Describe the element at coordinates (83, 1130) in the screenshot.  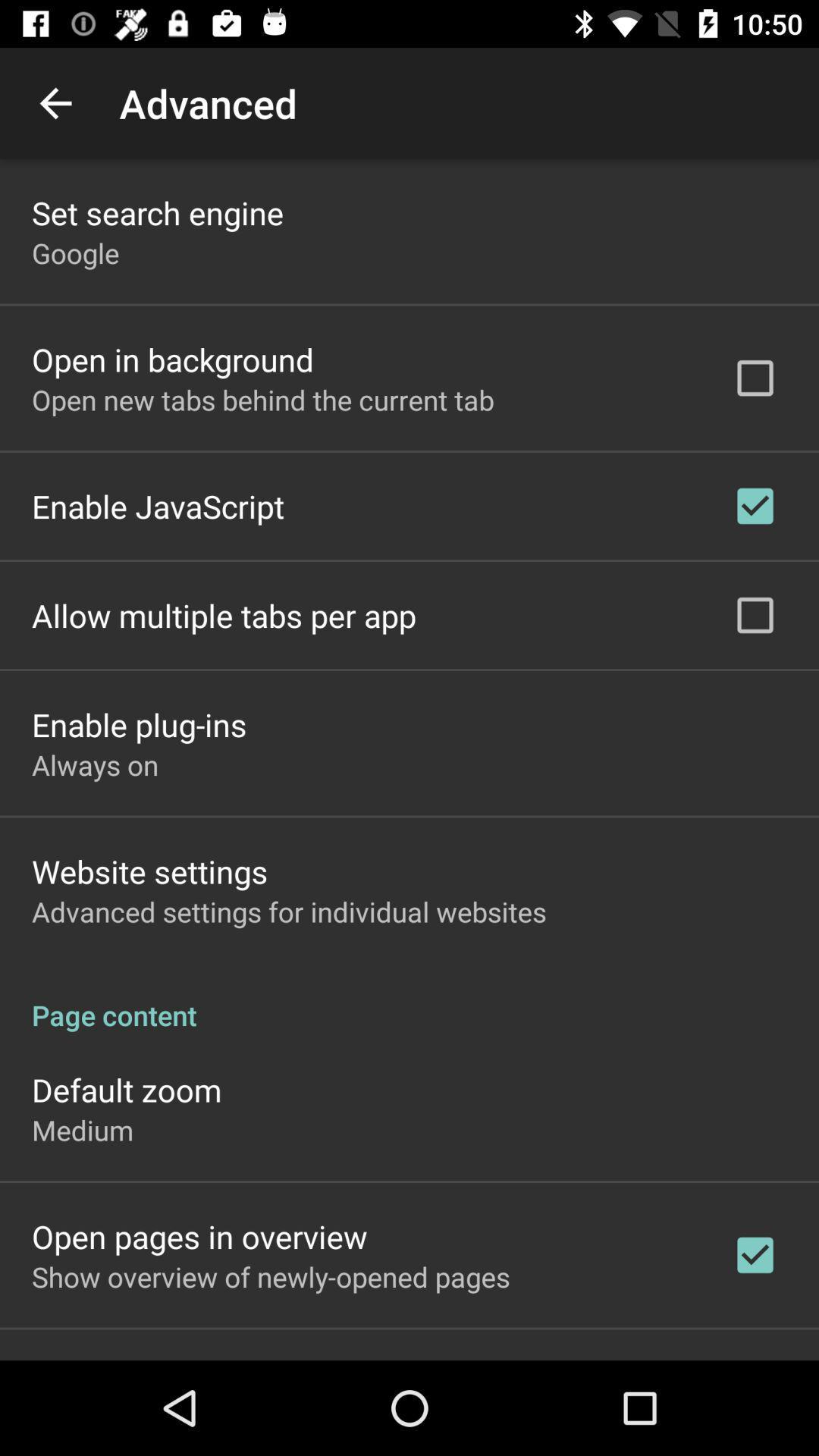
I see `medium app` at that location.